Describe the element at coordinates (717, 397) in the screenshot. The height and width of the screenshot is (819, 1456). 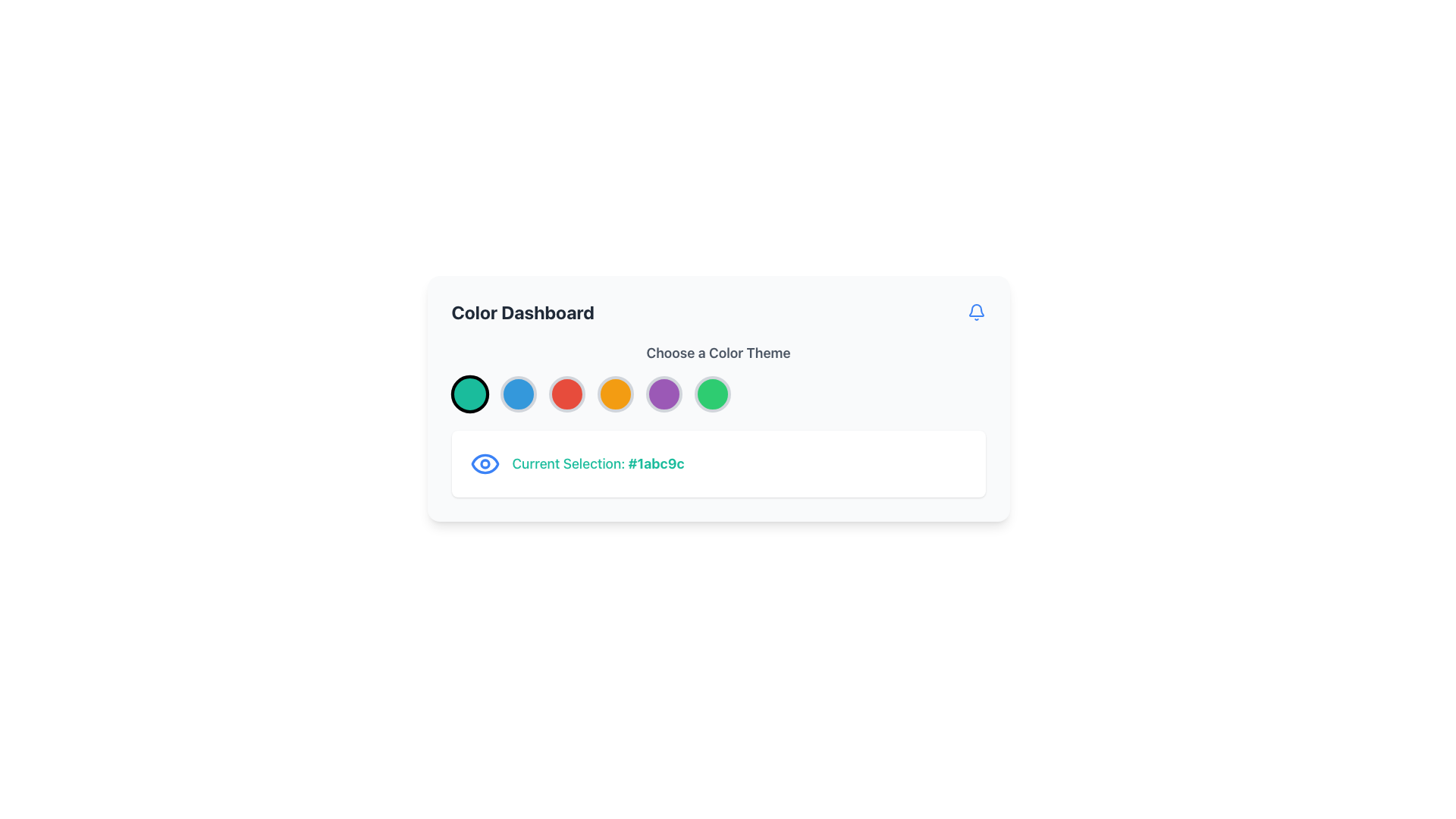
I see `the fifth circular button in the color theme selector` at that location.